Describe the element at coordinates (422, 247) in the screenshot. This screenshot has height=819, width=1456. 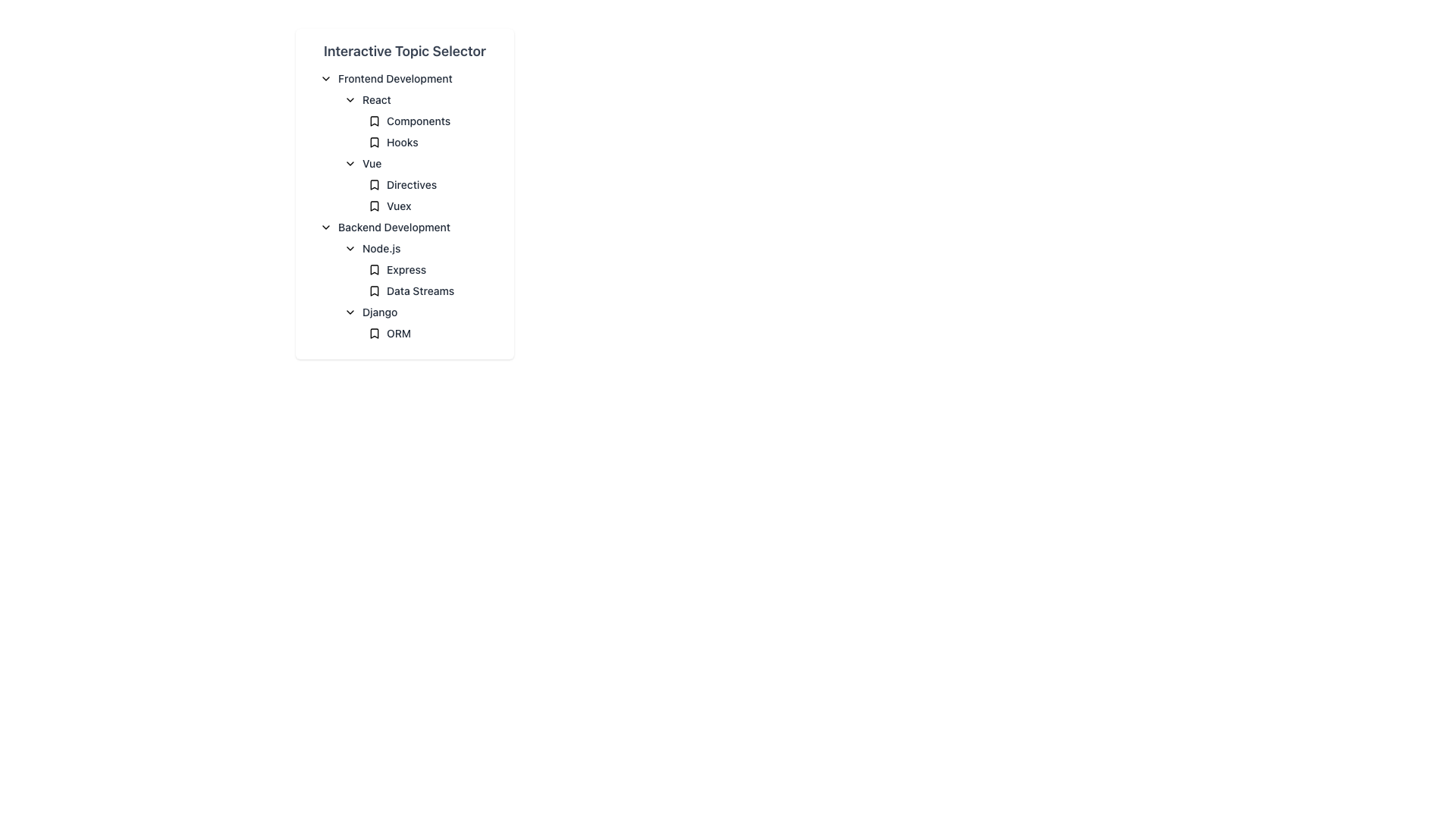
I see `the 'Node.js' expandable list item` at that location.